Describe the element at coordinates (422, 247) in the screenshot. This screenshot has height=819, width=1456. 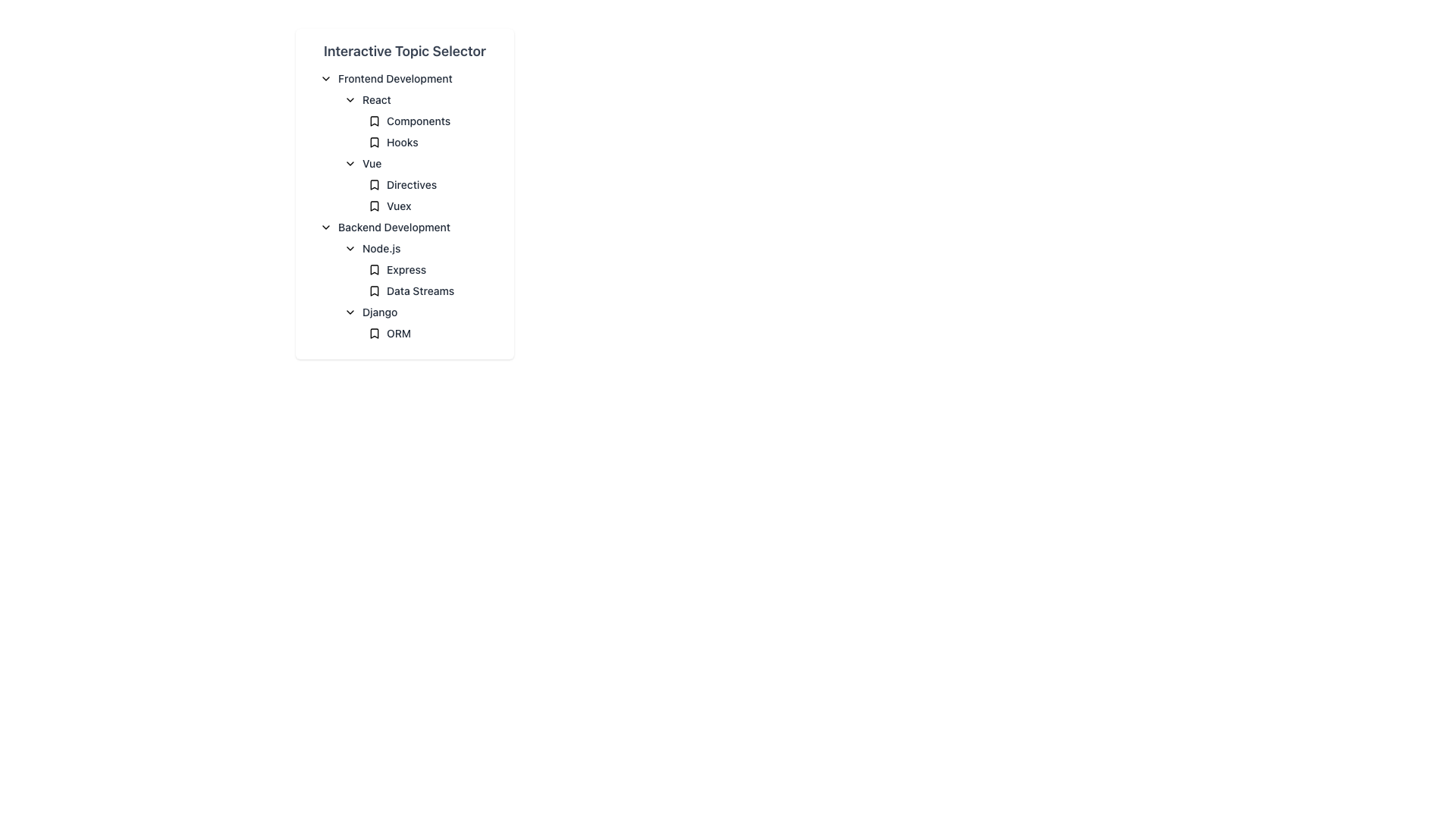
I see `the 'Node.js' expandable list item` at that location.